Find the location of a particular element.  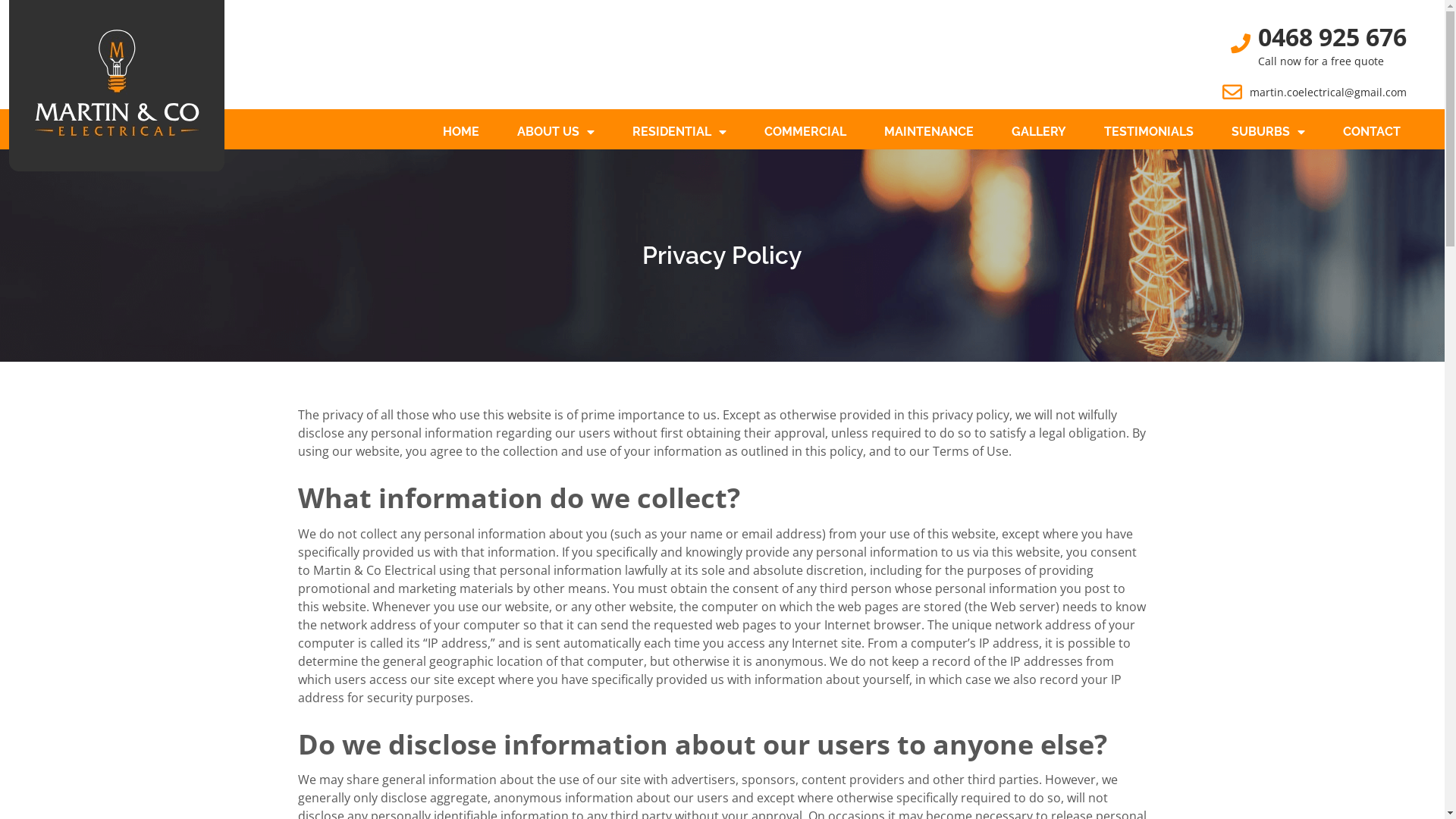

'MAINTENANCE' is located at coordinates (927, 130).